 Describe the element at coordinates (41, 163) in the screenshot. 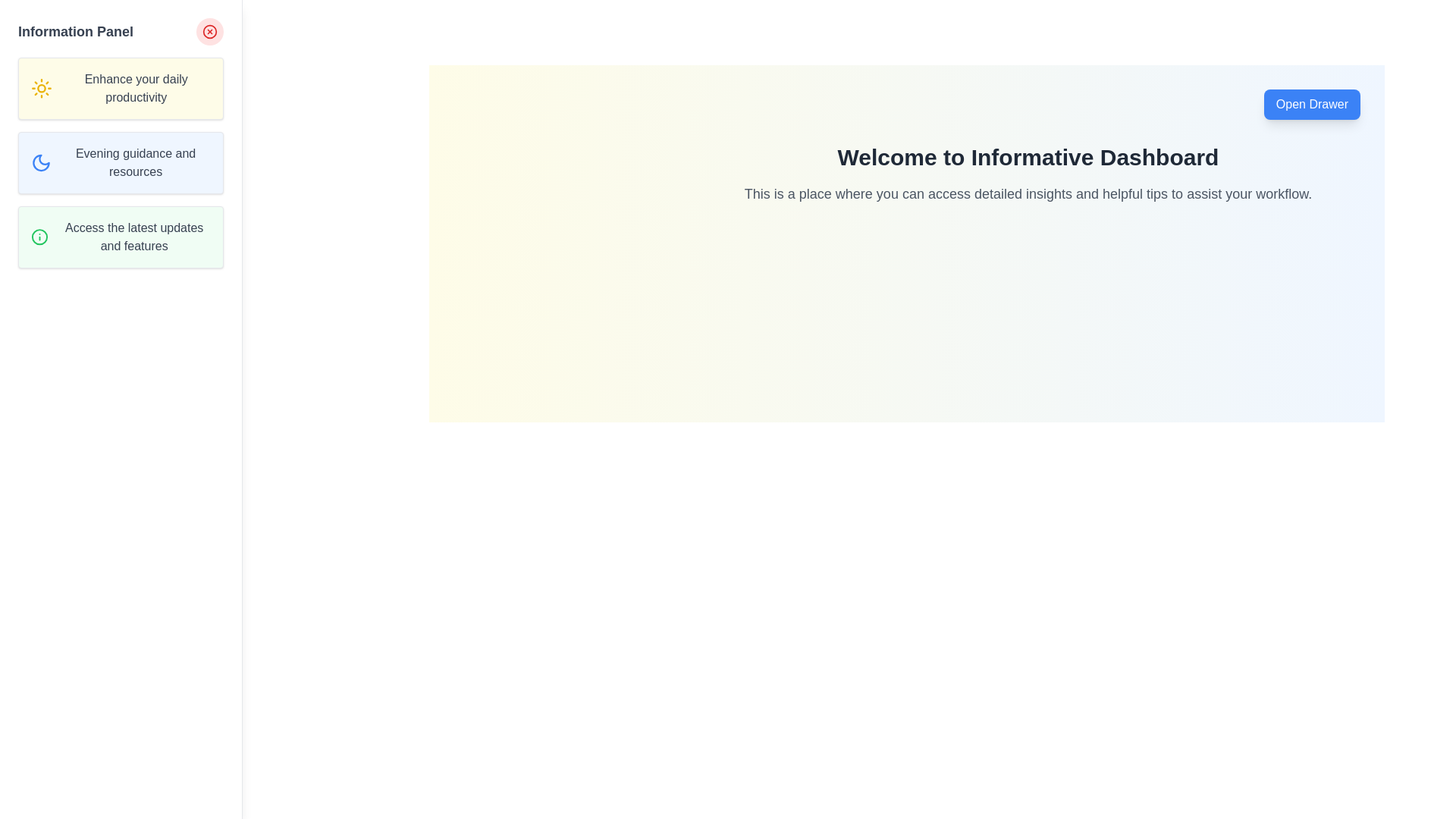

I see `the crescent moon icon representing the evening theme in the 'Evening guidance and resources' section` at that location.